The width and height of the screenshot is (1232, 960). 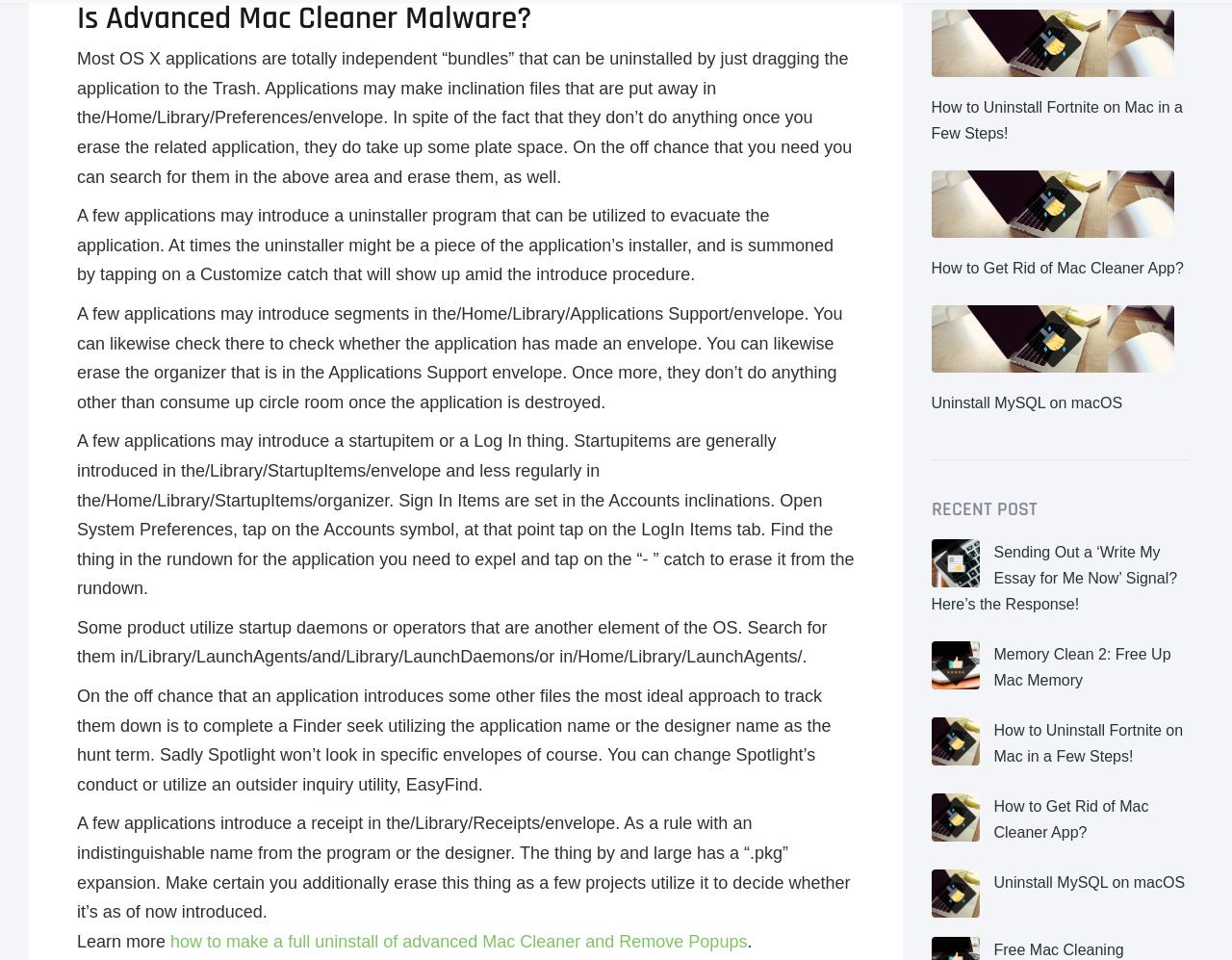 What do you see at coordinates (1081, 665) in the screenshot?
I see `'Memory Clean 2: Free Up Mac Memory'` at bounding box center [1081, 665].